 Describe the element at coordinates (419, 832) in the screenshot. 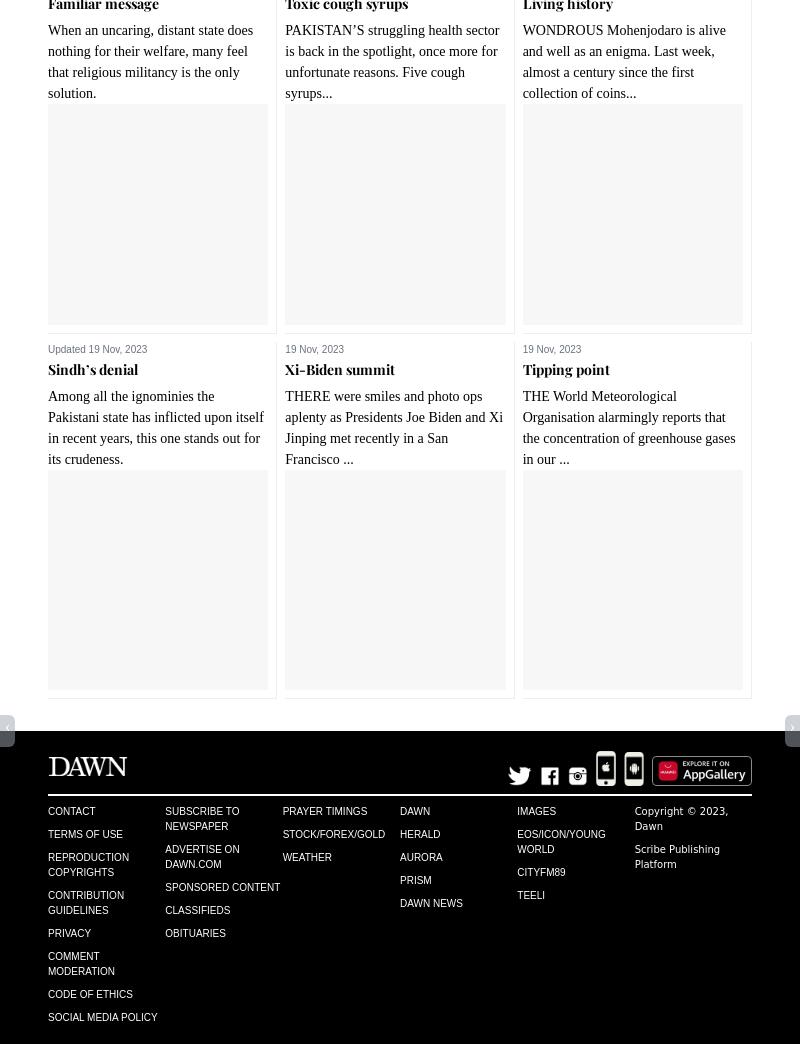

I see `'Herald'` at that location.